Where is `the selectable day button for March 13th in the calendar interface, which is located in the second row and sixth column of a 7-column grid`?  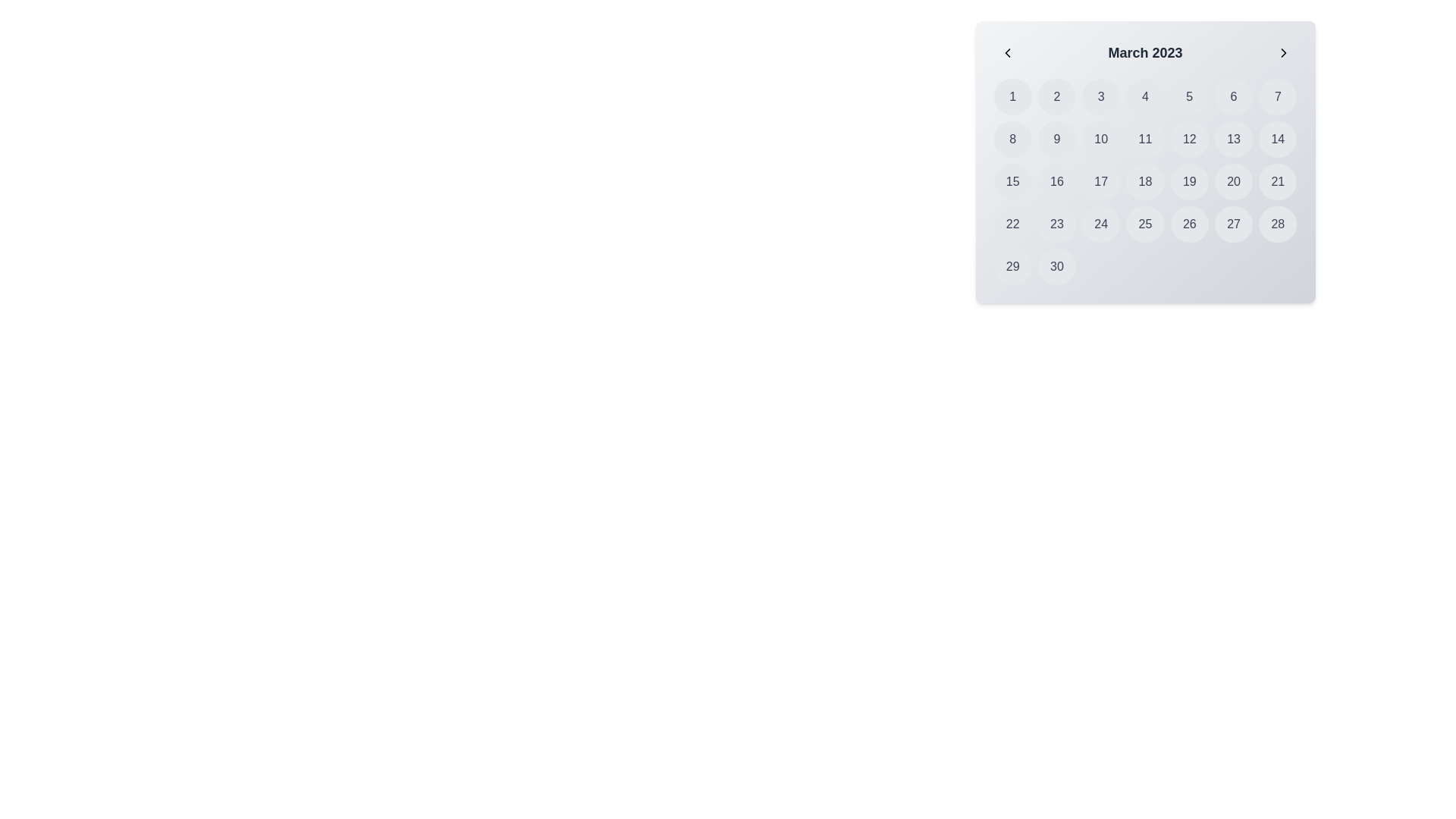
the selectable day button for March 13th in the calendar interface, which is located in the second row and sixth column of a 7-column grid is located at coordinates (1234, 140).